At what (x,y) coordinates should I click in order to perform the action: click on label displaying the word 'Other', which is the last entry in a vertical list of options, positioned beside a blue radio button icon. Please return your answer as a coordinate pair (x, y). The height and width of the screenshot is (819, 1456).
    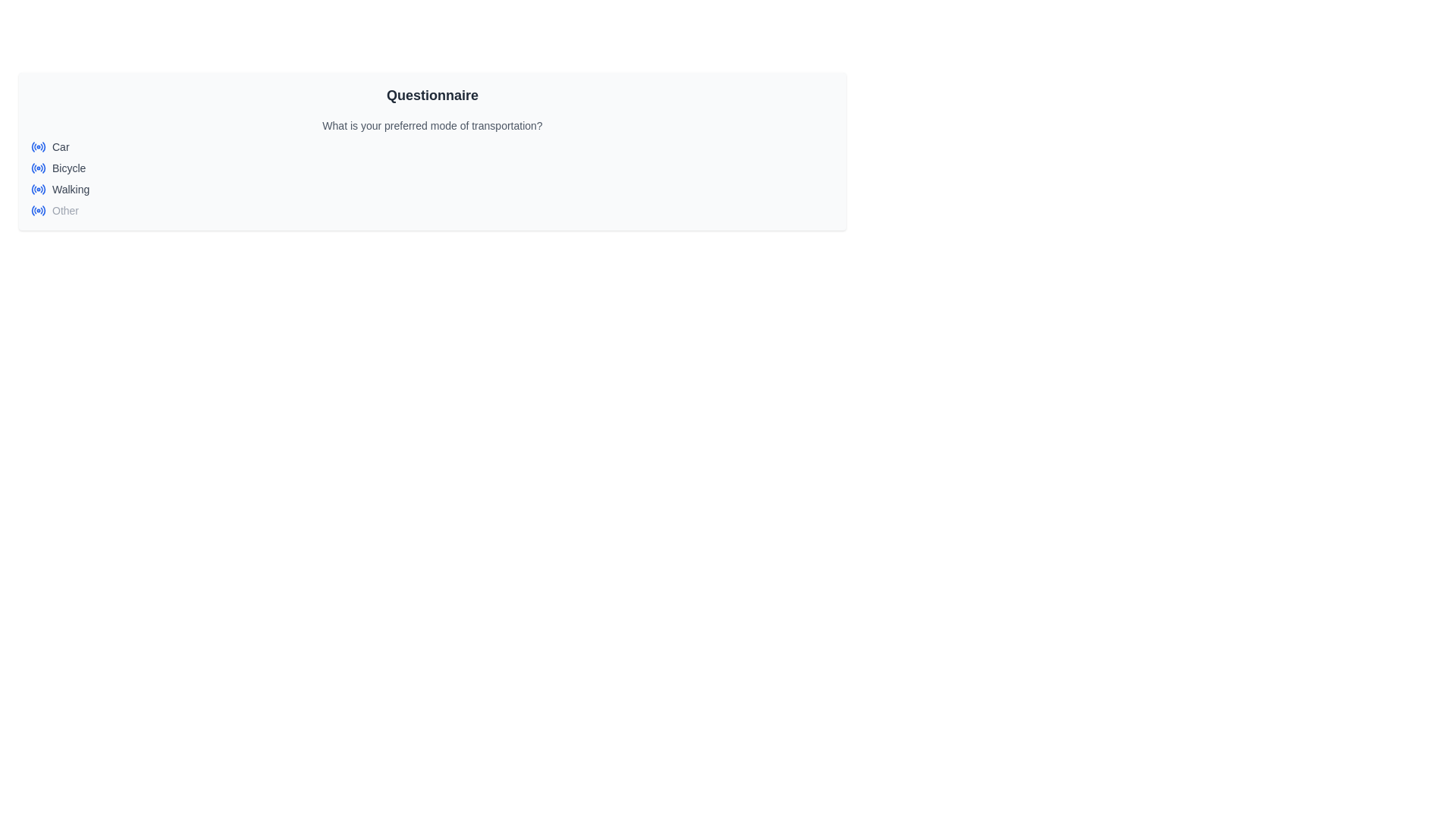
    Looking at the image, I should click on (64, 210).